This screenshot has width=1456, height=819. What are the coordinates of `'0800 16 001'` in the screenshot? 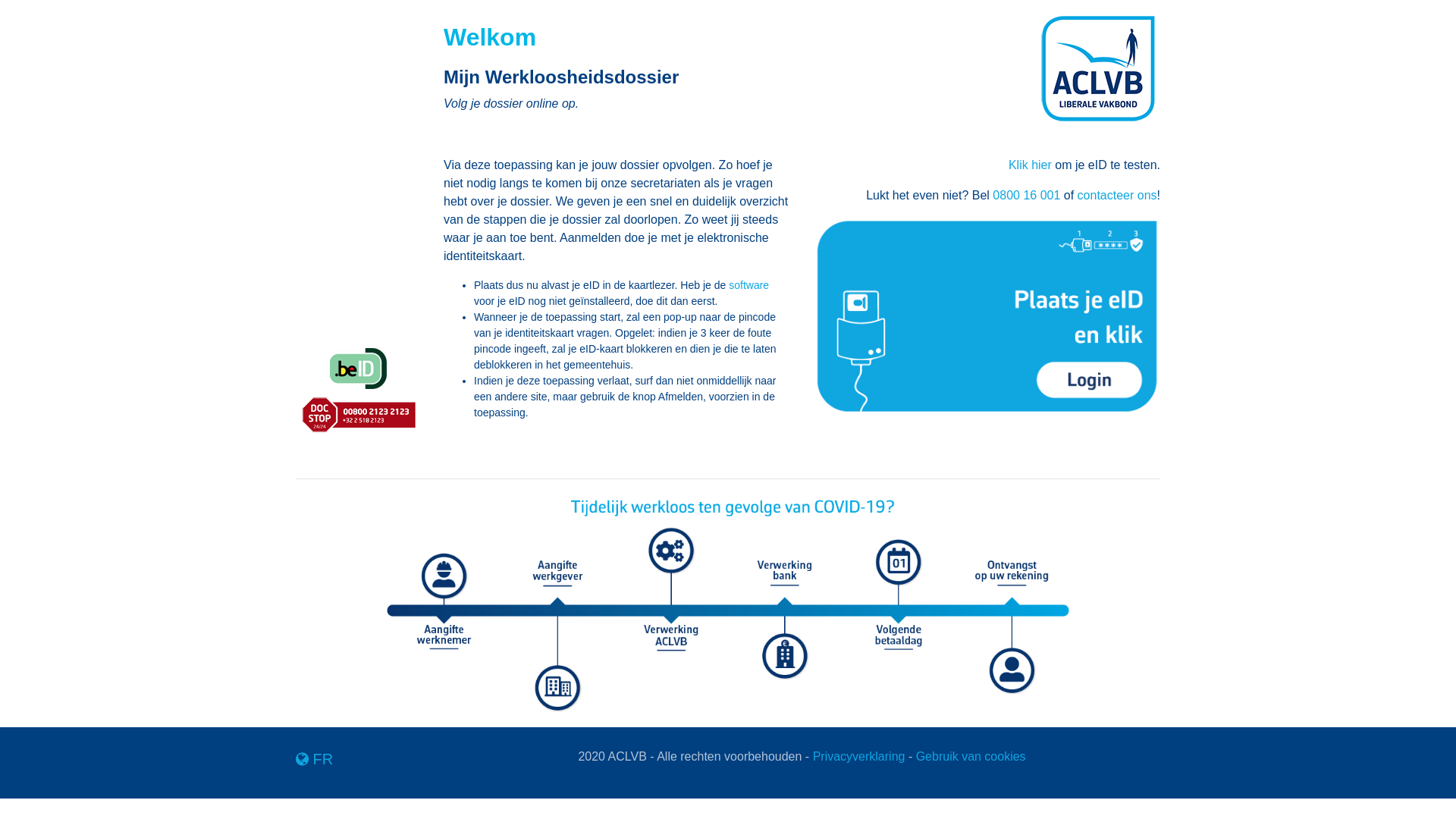 It's located at (1026, 194).